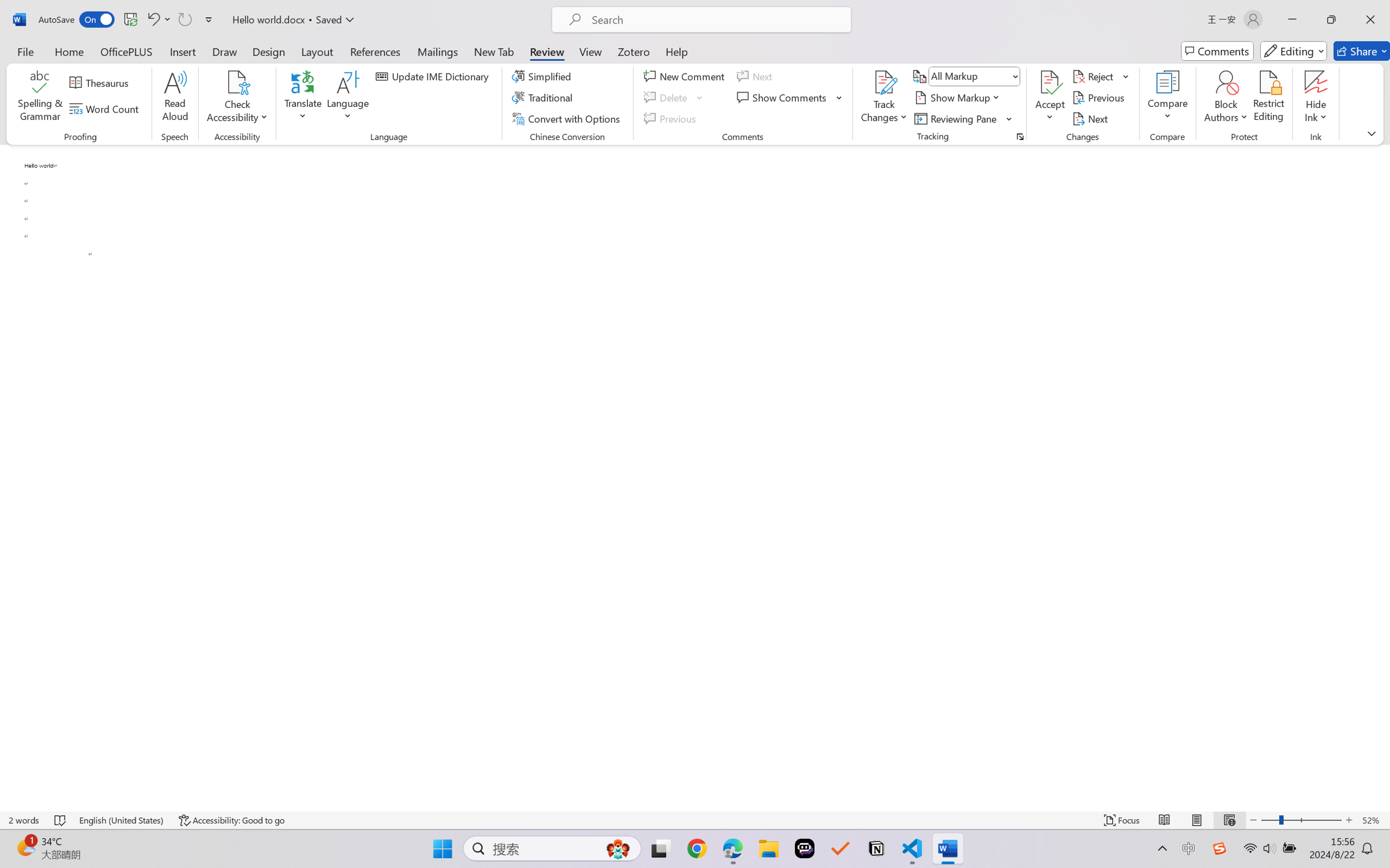  Describe the element at coordinates (130, 19) in the screenshot. I see `'Save'` at that location.